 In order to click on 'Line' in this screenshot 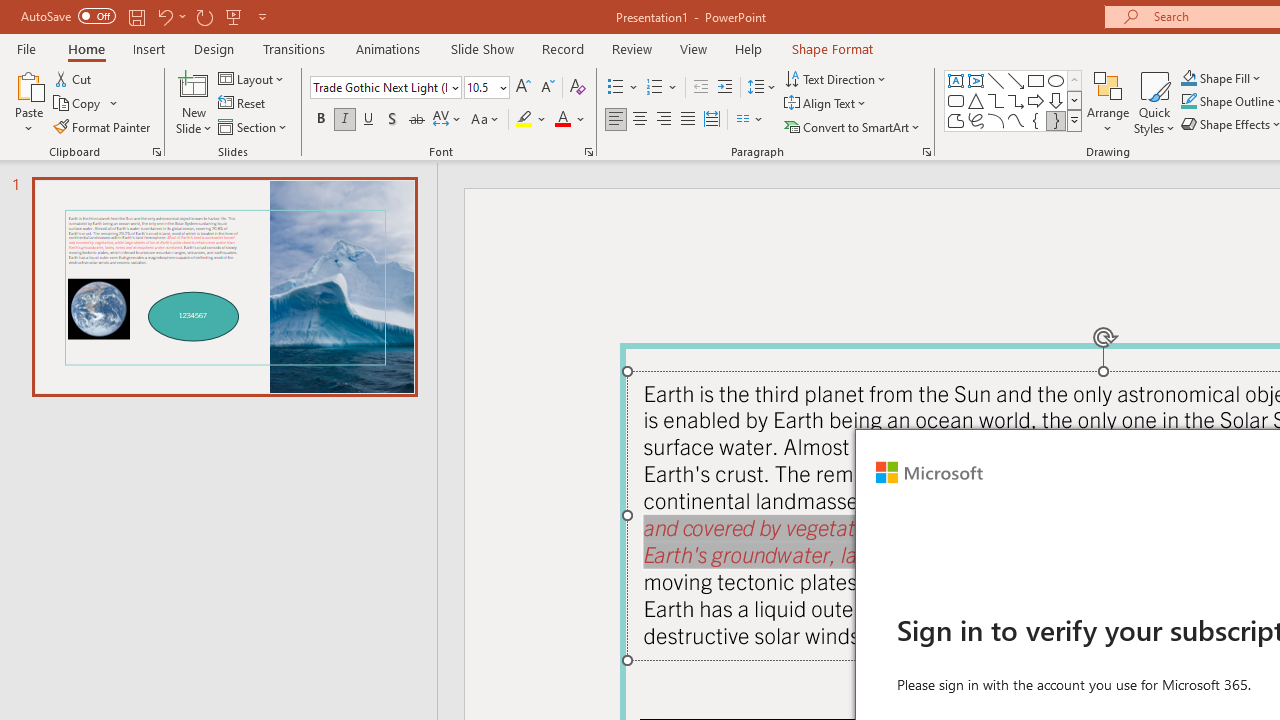, I will do `click(995, 80)`.